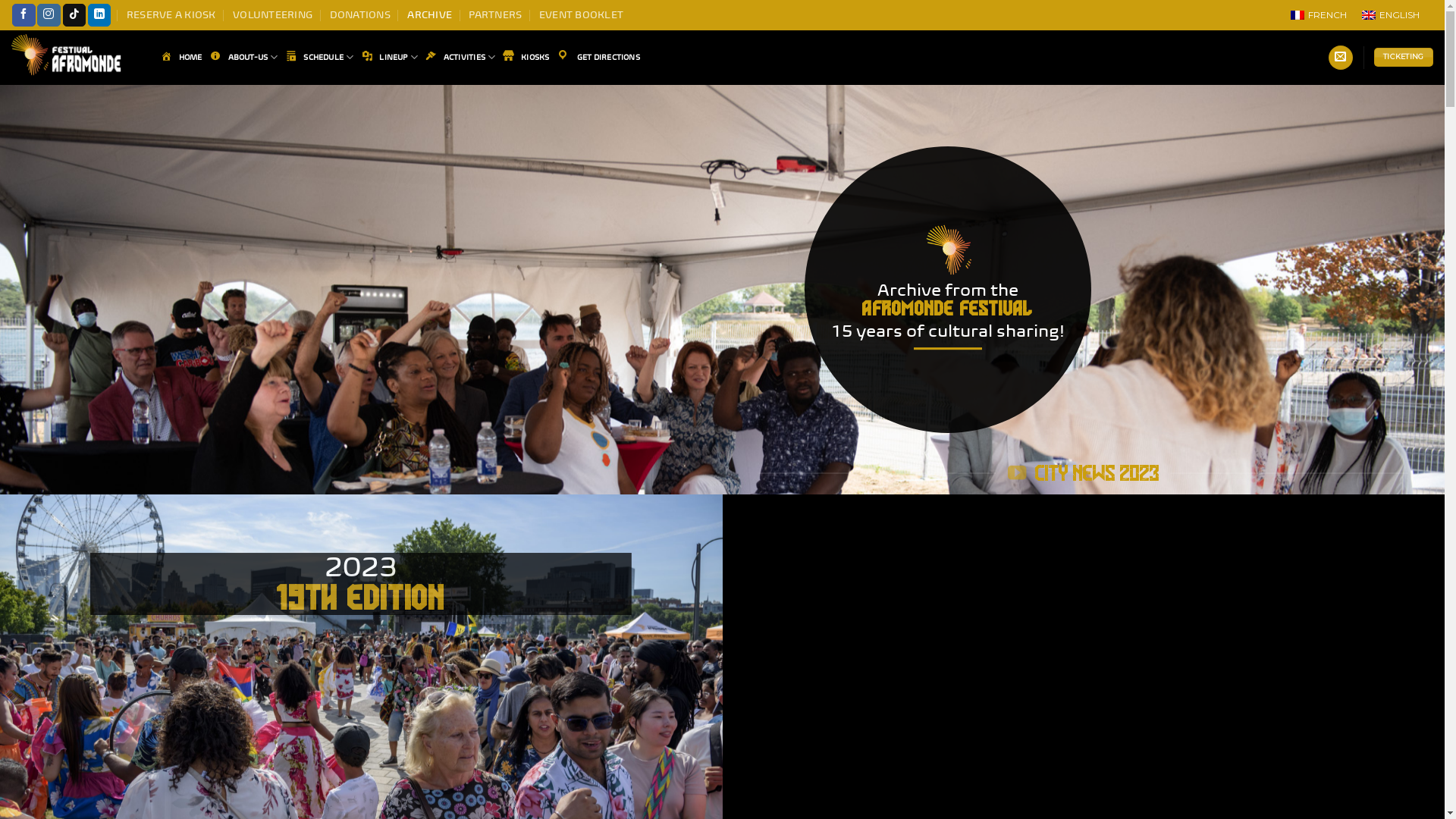  I want to click on 'LINEUP', so click(360, 56).